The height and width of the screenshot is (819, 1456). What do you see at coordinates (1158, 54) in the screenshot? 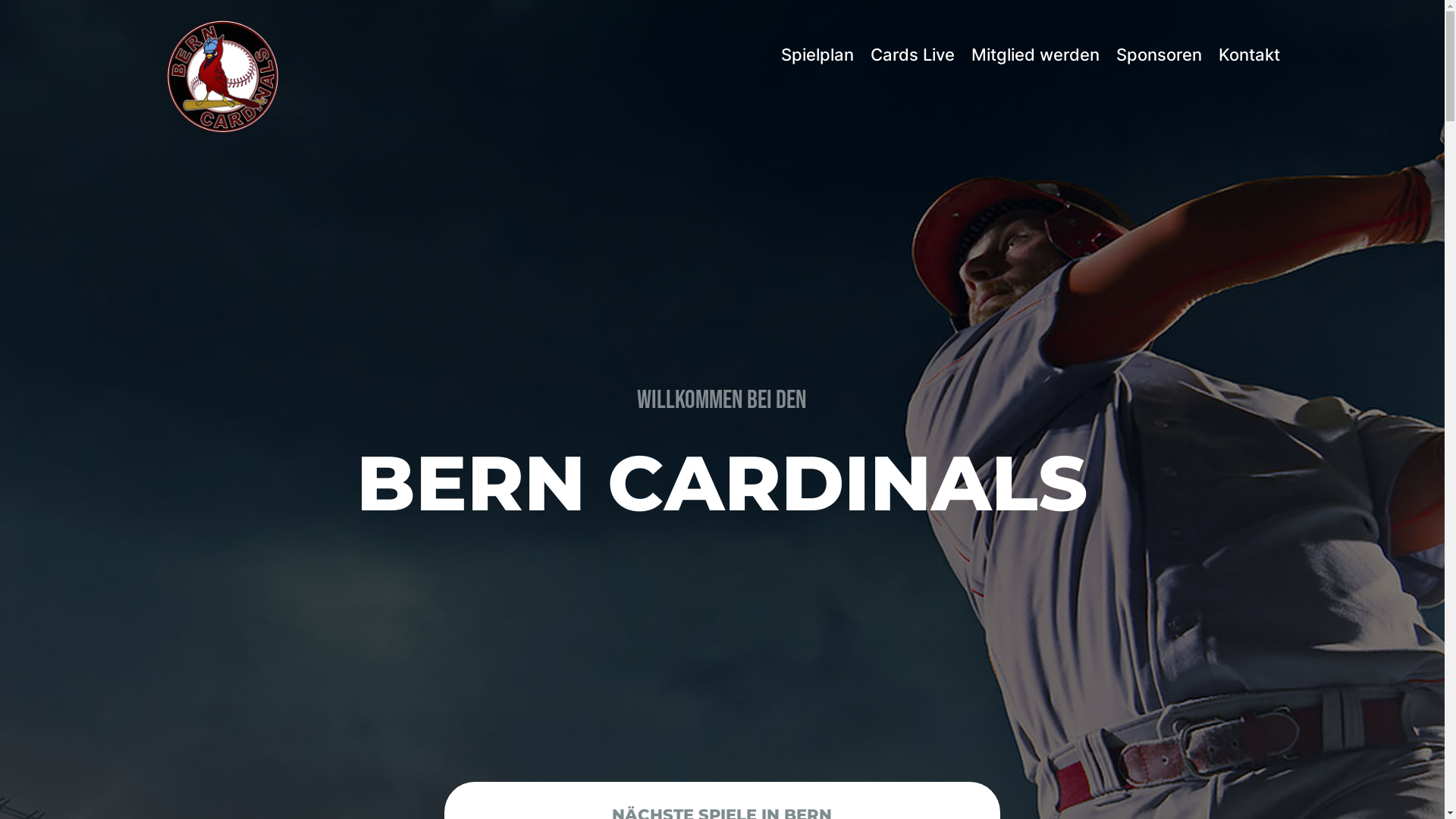
I see `'Sponsoren'` at bounding box center [1158, 54].